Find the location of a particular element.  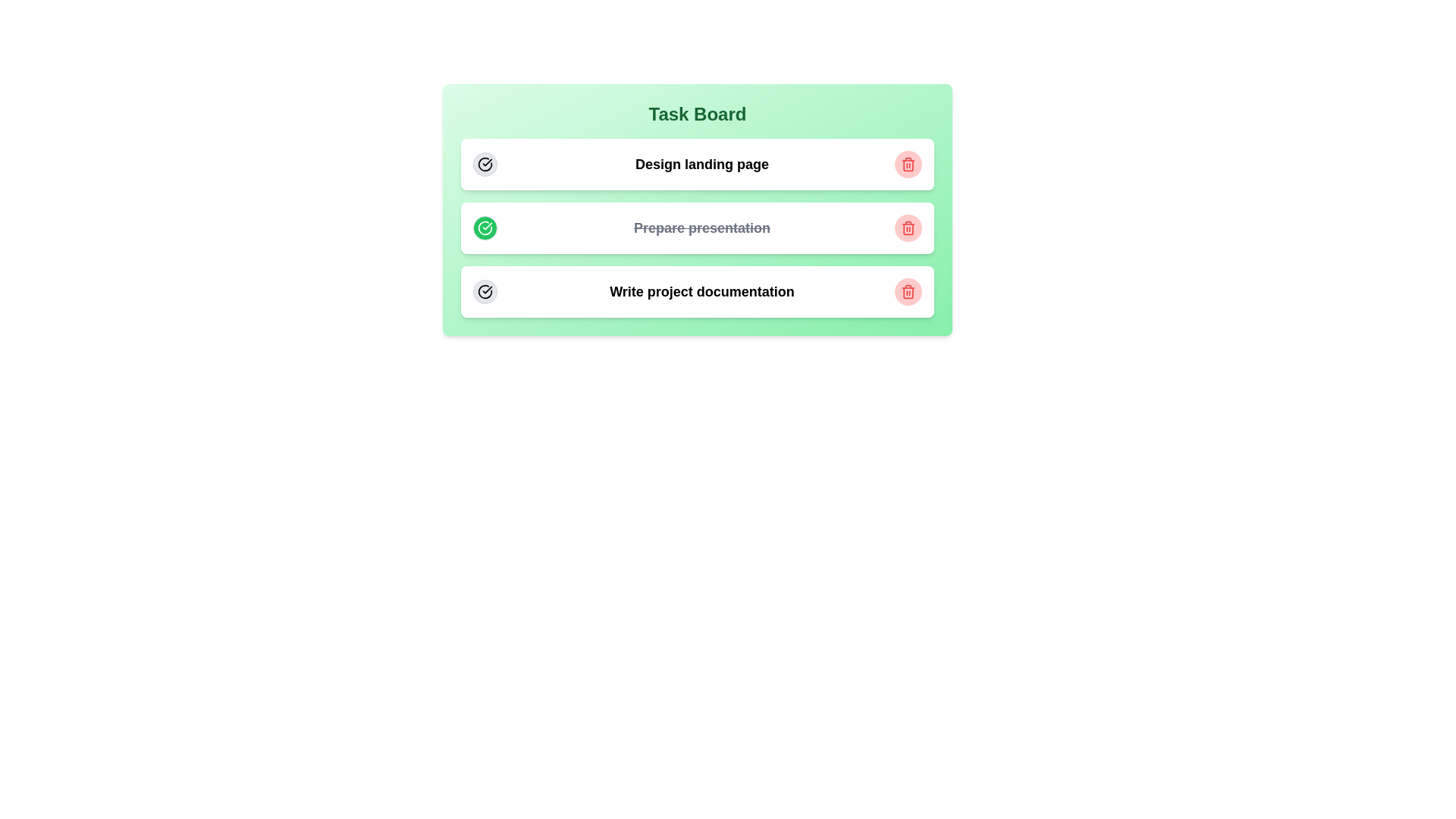

completion button for the task titled 'Prepare presentation' is located at coordinates (484, 227).